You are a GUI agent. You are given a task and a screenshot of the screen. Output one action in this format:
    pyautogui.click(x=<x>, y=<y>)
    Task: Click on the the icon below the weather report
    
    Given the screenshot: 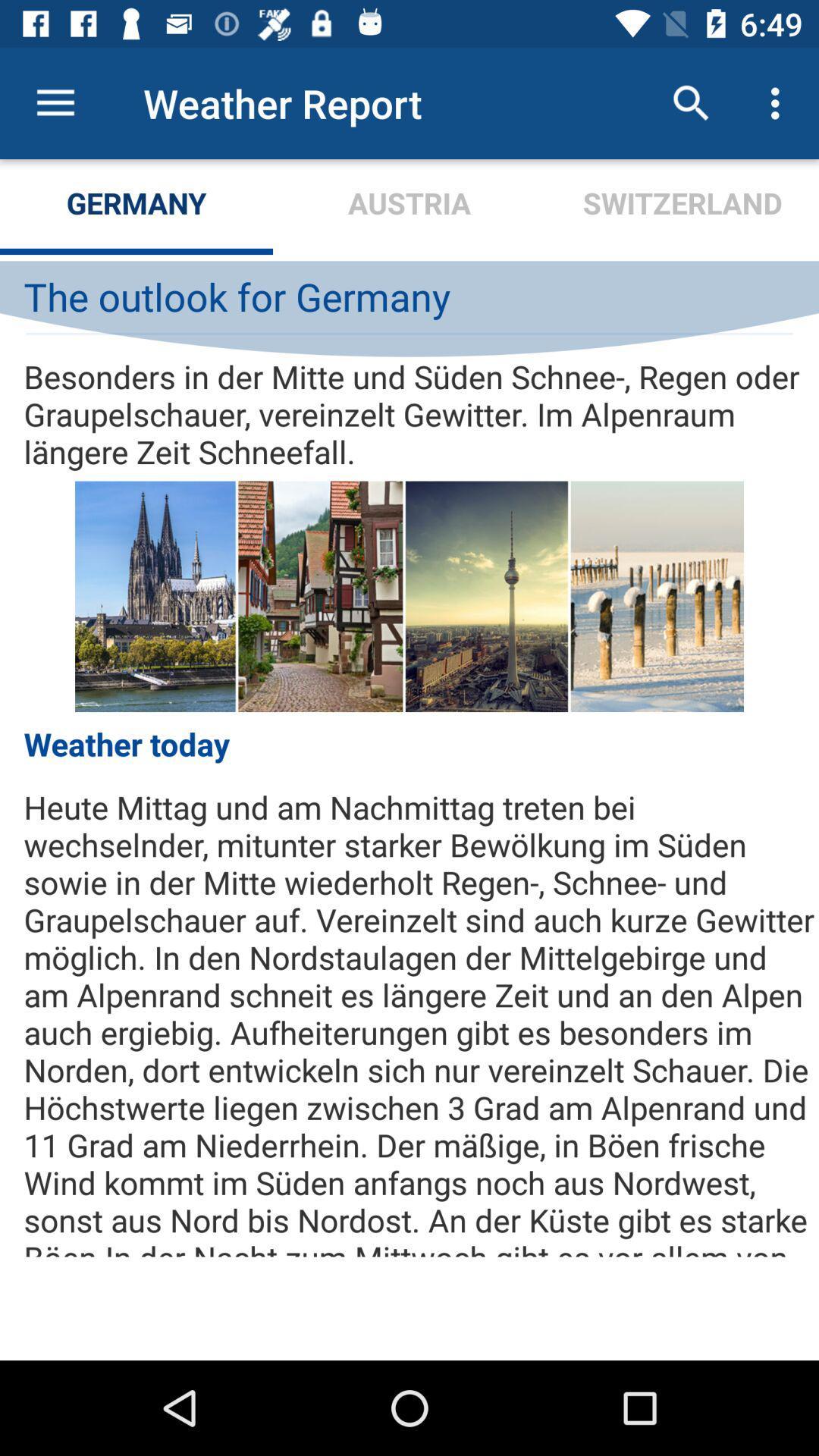 What is the action you would take?
    pyautogui.click(x=409, y=206)
    